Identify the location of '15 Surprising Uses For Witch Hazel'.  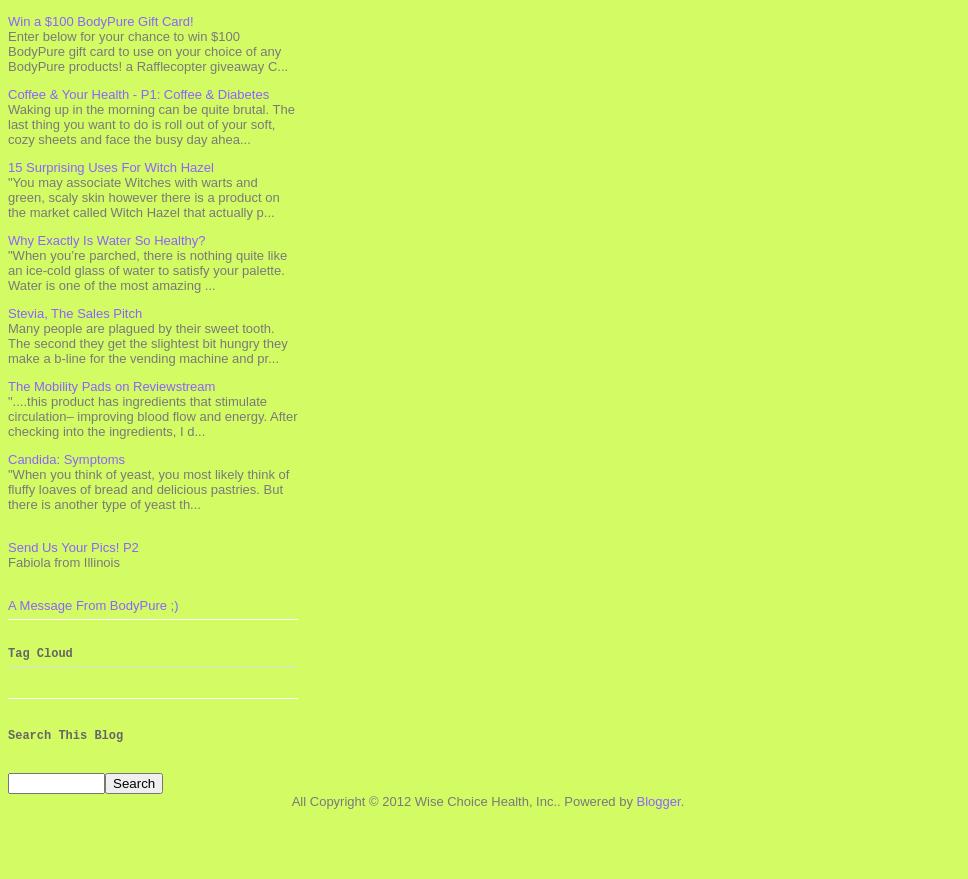
(110, 165).